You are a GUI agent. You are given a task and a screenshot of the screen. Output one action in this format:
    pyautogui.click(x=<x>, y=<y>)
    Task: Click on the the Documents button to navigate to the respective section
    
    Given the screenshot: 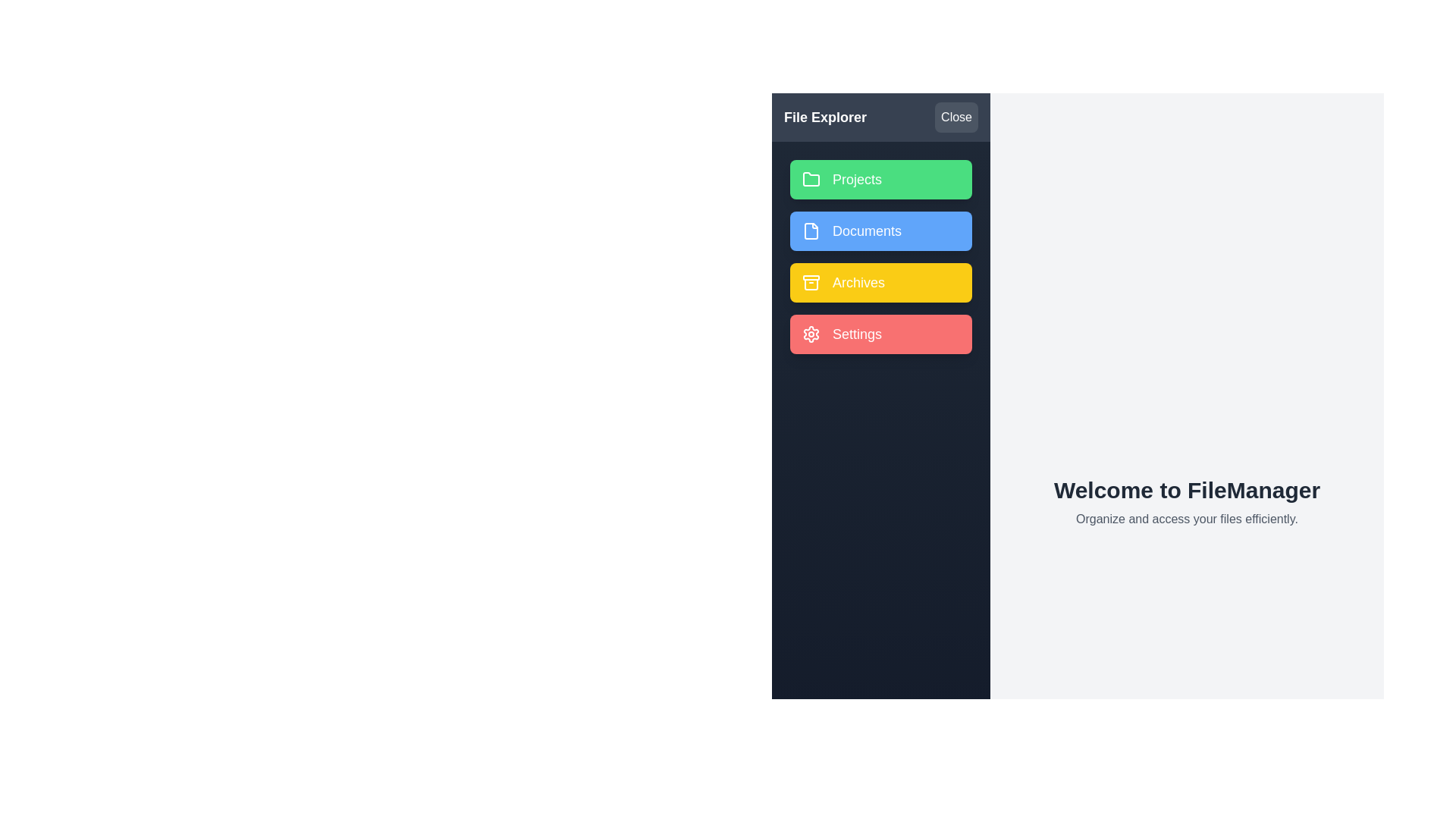 What is the action you would take?
    pyautogui.click(x=880, y=231)
    